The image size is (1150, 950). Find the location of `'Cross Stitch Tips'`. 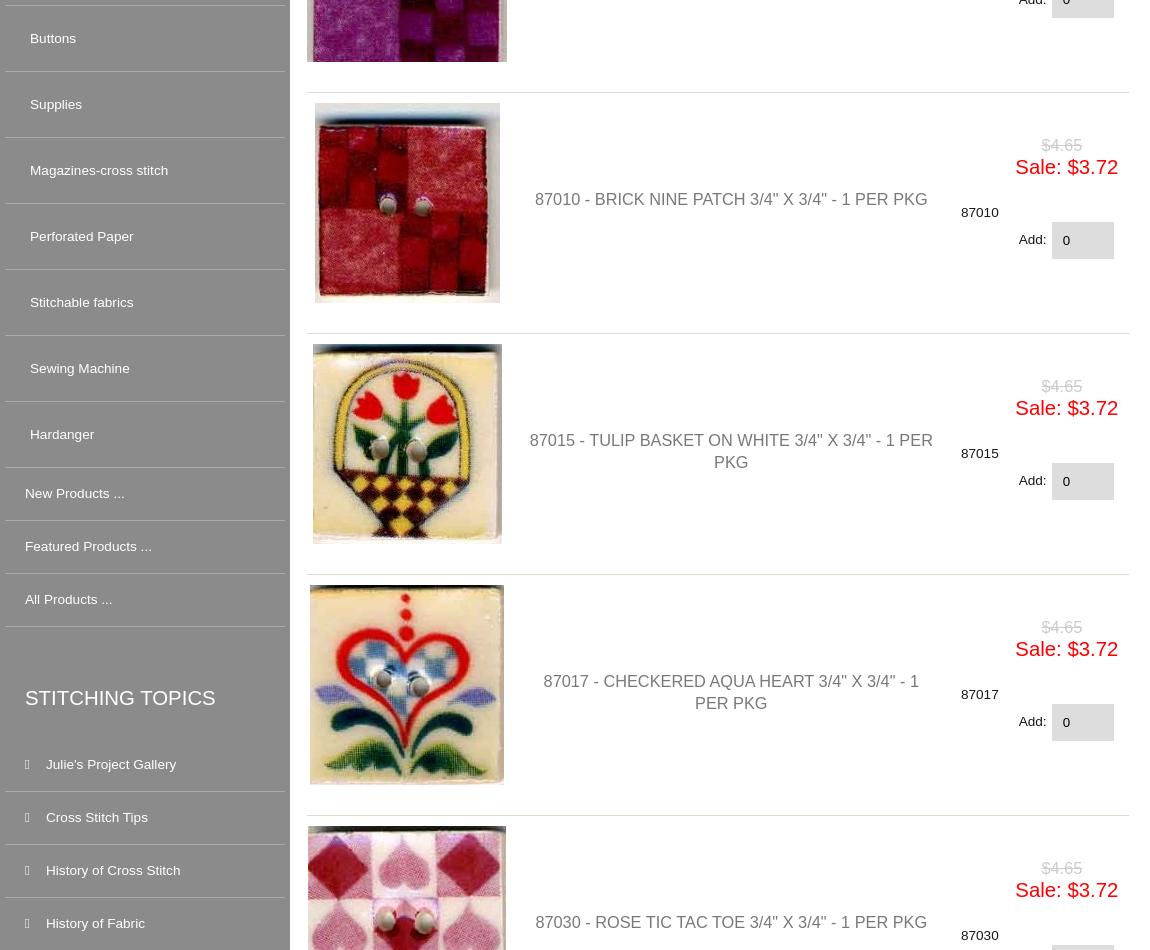

'Cross Stitch Tips' is located at coordinates (95, 816).